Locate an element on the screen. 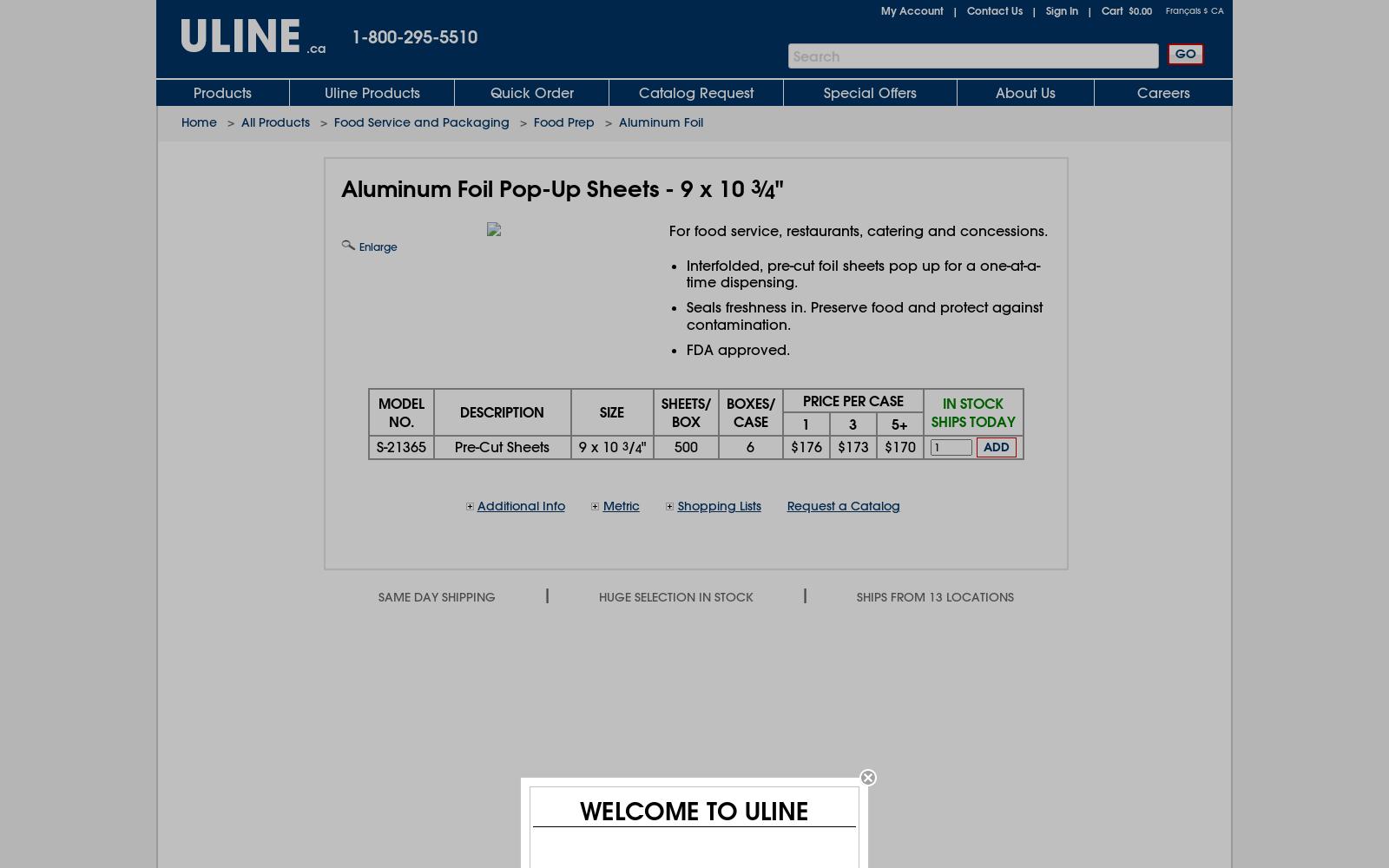 Image resolution: width=1389 pixels, height=868 pixels. 'PRICE PER CASE' is located at coordinates (852, 398).